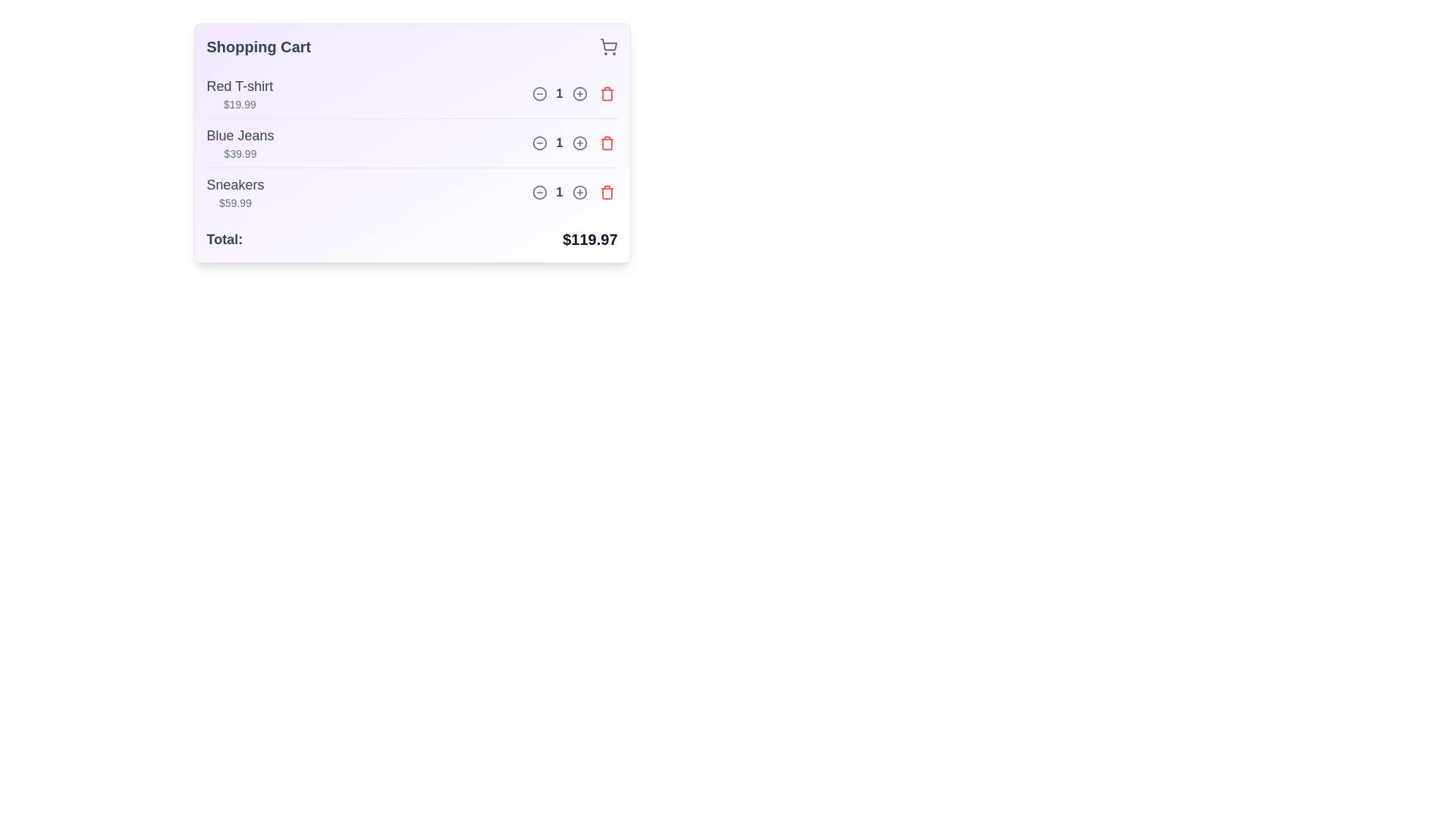 The image size is (1456, 819). I want to click on the static text label displaying the number '1', which is positioned between the decrement ('-') and increment ('+') buttons in a shopping cart interface, so click(559, 192).